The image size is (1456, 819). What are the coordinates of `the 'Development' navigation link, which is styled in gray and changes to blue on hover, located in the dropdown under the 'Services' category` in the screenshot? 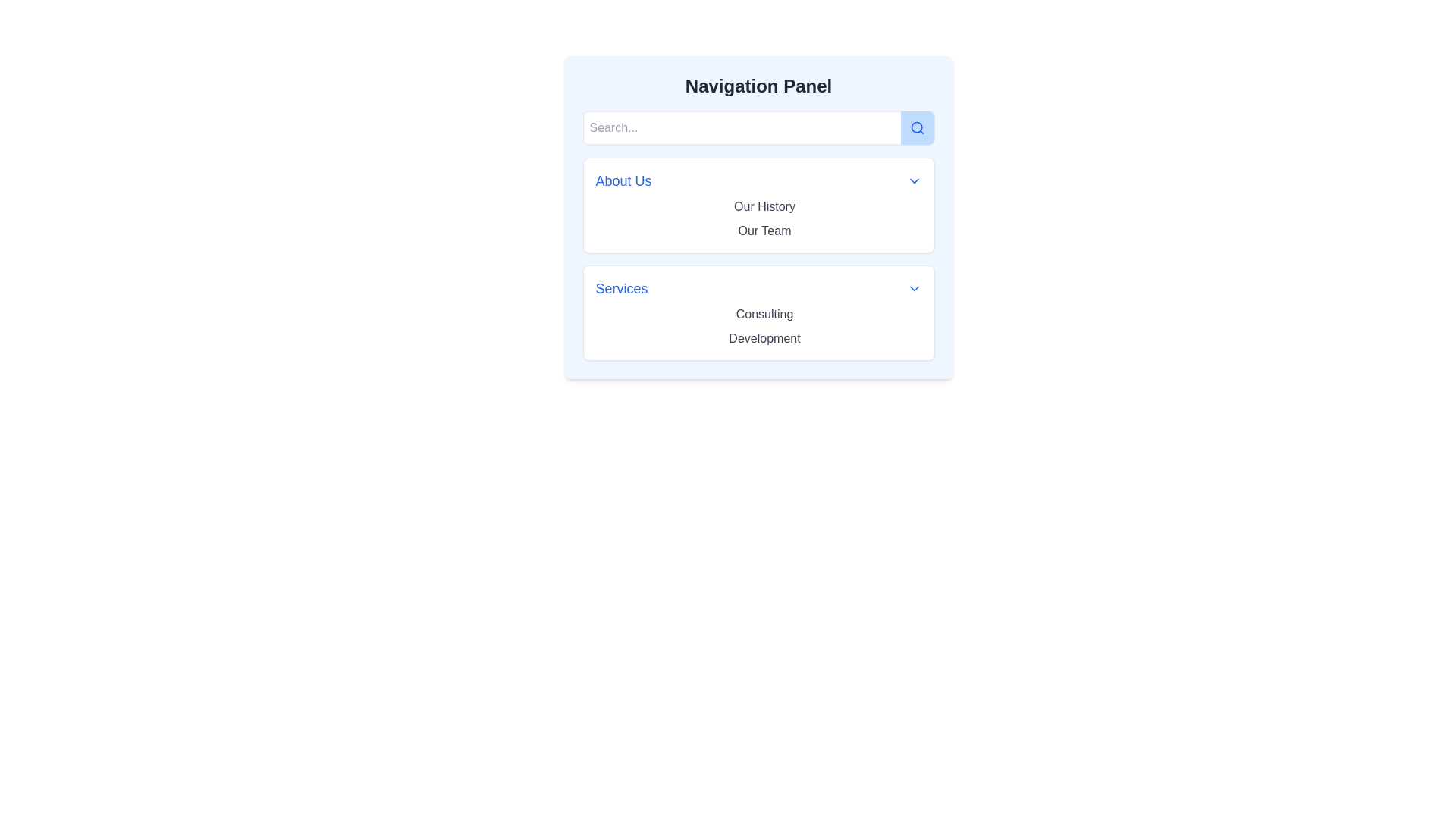 It's located at (764, 337).